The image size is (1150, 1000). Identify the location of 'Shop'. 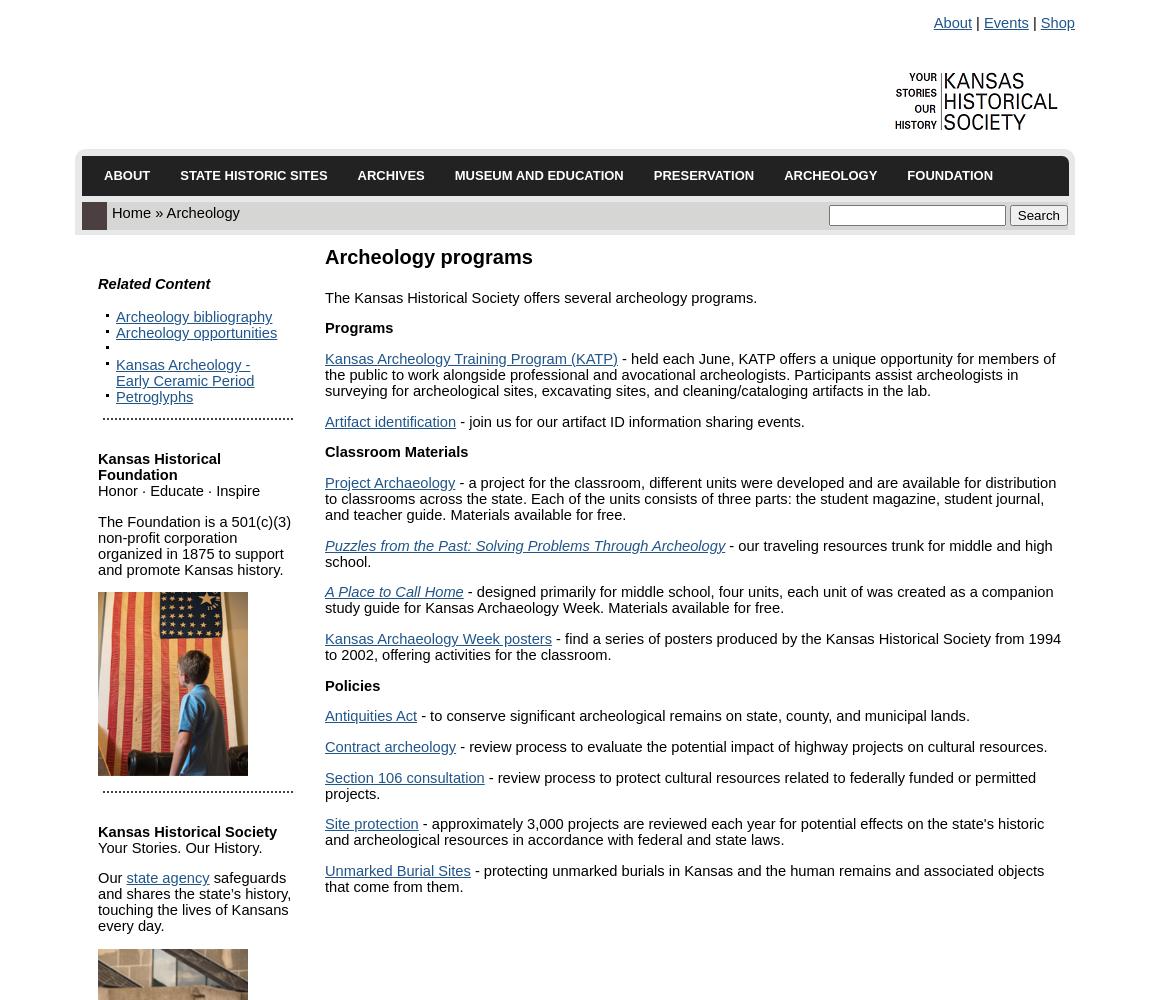
(1057, 22).